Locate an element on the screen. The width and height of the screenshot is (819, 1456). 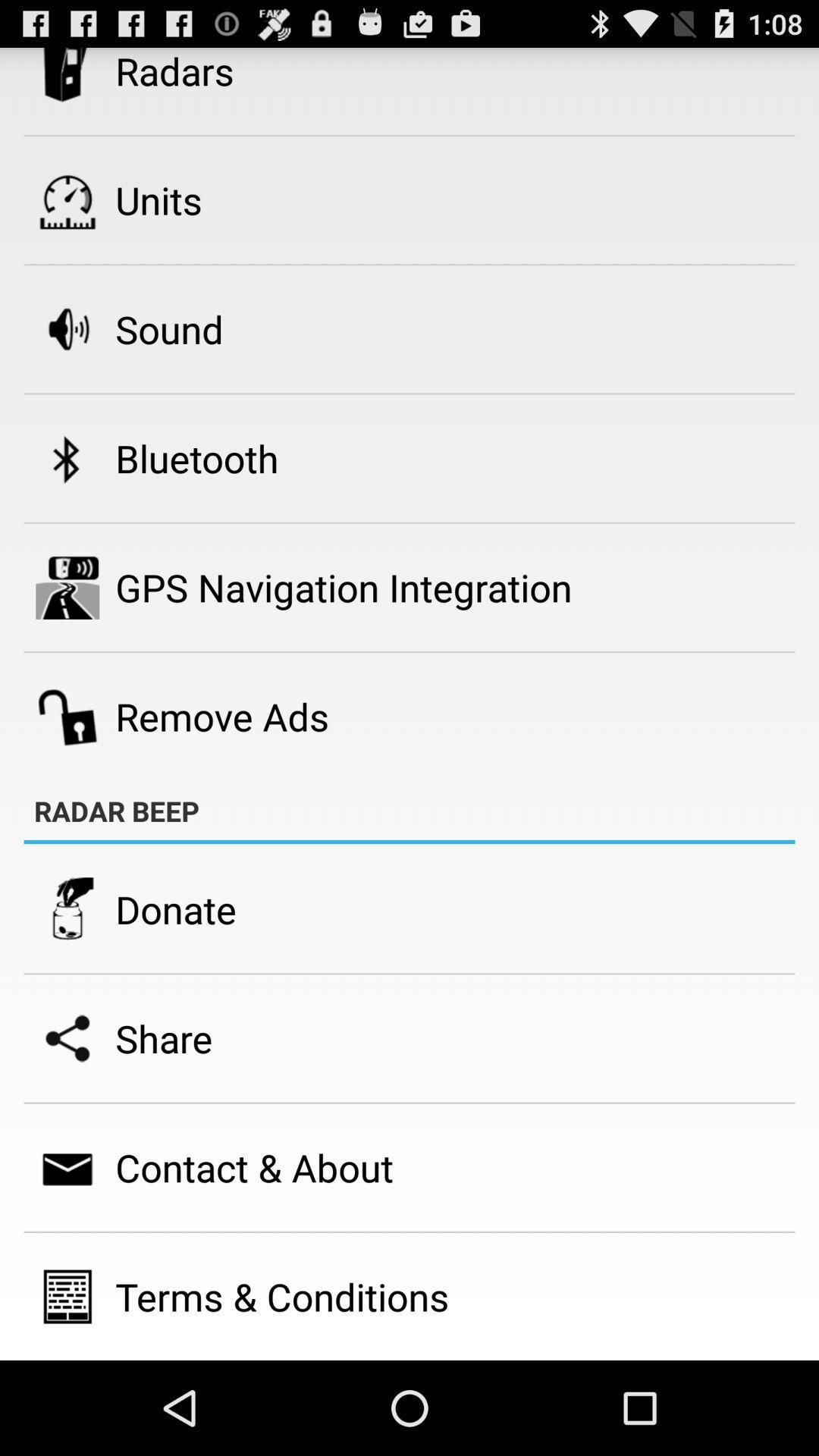
the icon beside units is located at coordinates (66, 199).